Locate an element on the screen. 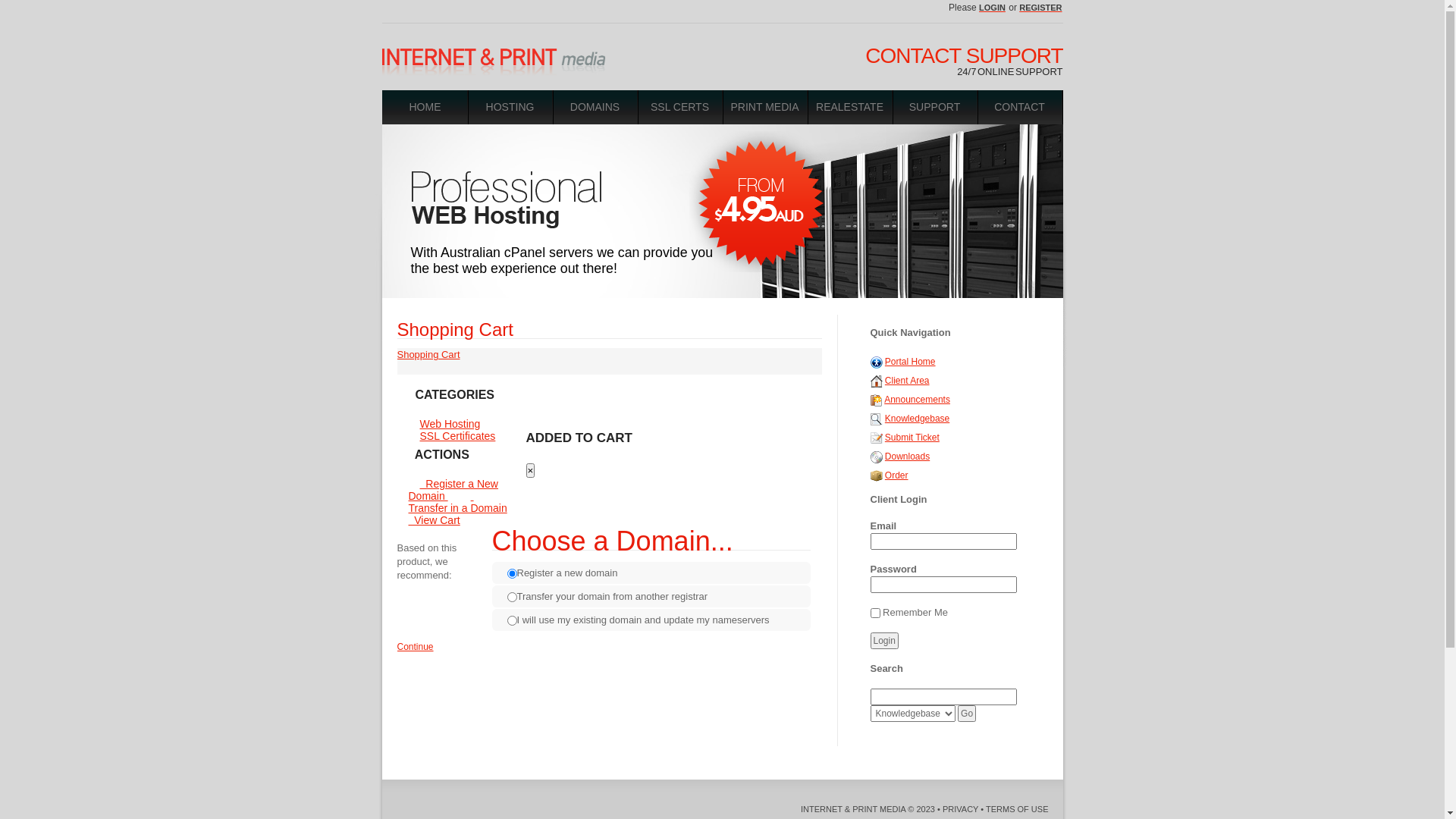 Image resolution: width=1456 pixels, height=819 pixels. 'Announcements' is located at coordinates (877, 399).